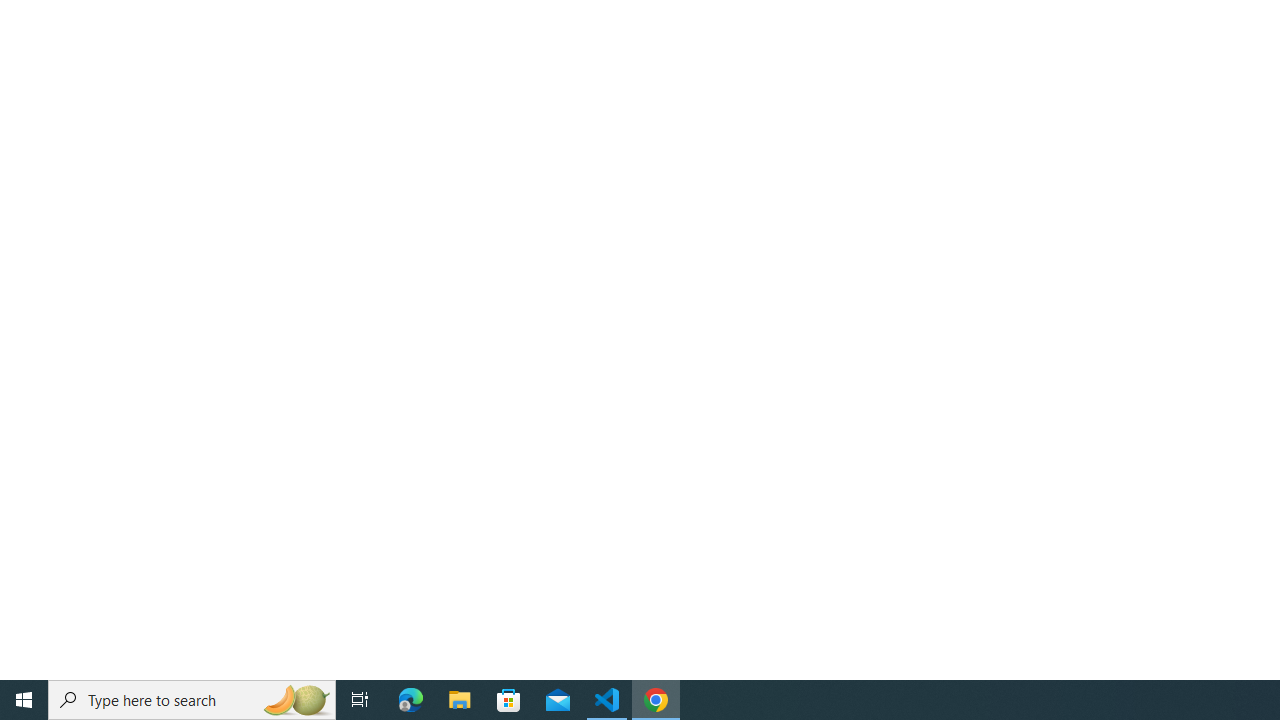  I want to click on 'Start', so click(24, 698).